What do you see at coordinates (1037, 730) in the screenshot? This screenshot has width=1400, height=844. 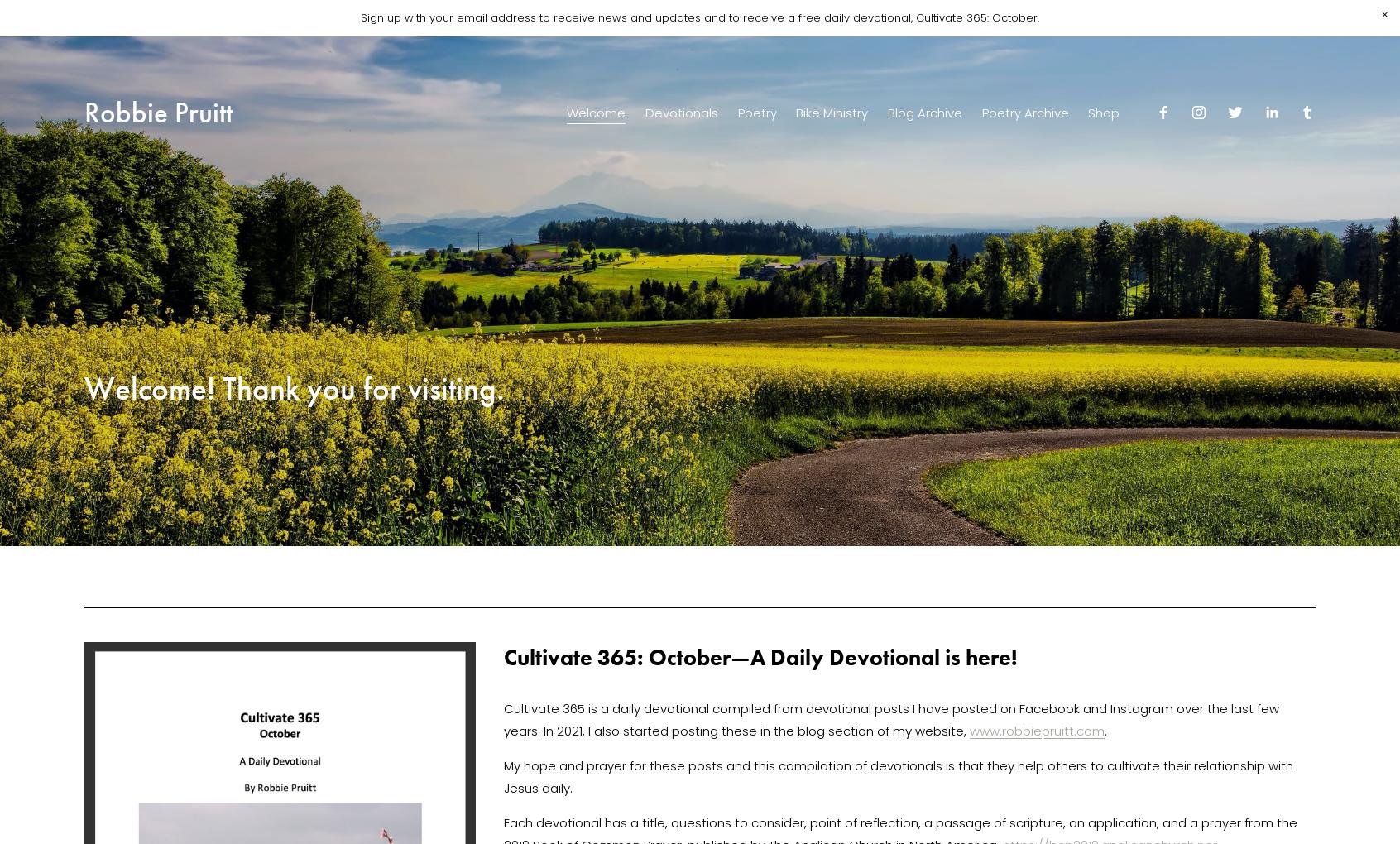 I see `'www.robbiepruitt.com'` at bounding box center [1037, 730].